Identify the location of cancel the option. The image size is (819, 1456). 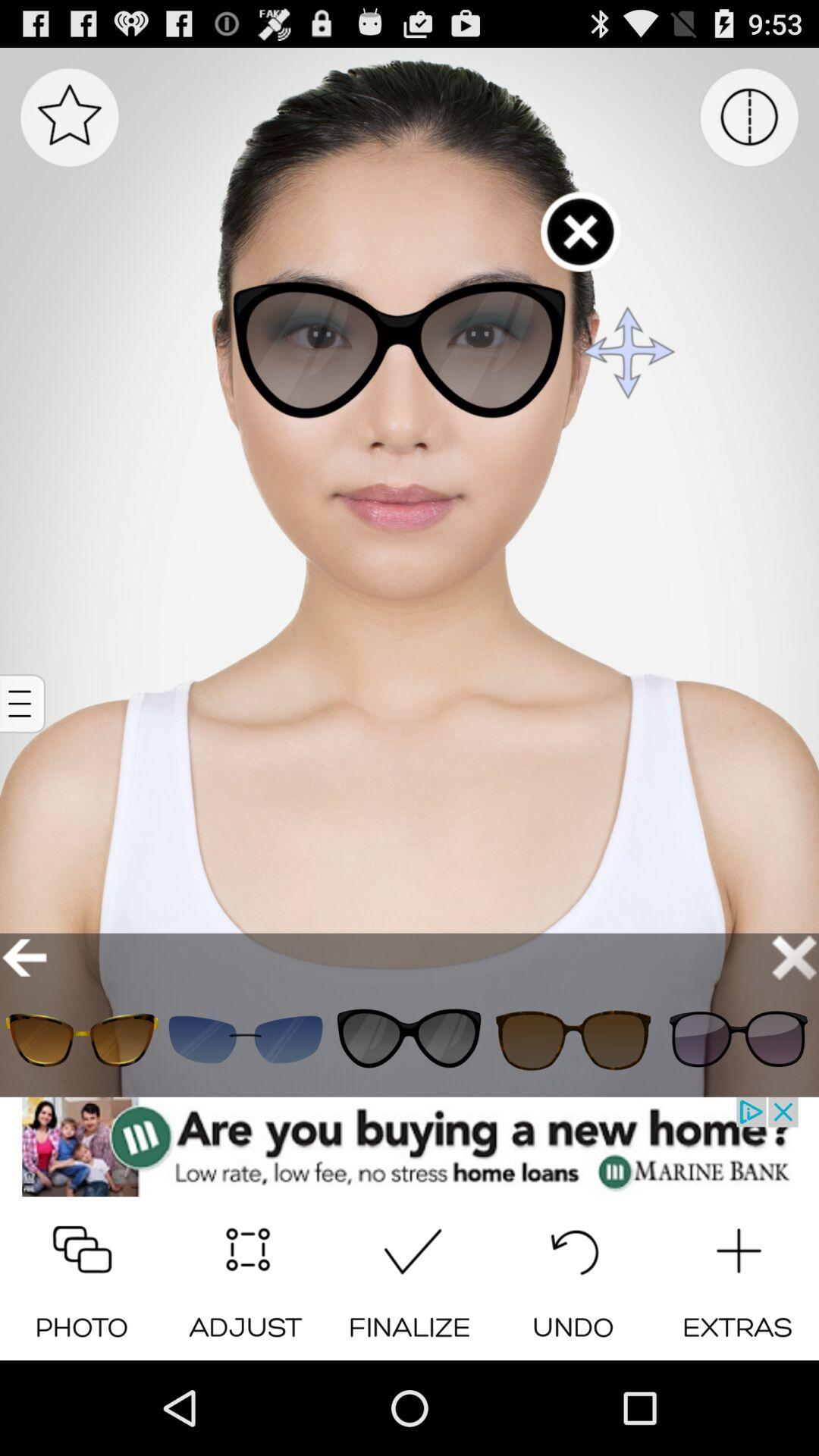
(793, 956).